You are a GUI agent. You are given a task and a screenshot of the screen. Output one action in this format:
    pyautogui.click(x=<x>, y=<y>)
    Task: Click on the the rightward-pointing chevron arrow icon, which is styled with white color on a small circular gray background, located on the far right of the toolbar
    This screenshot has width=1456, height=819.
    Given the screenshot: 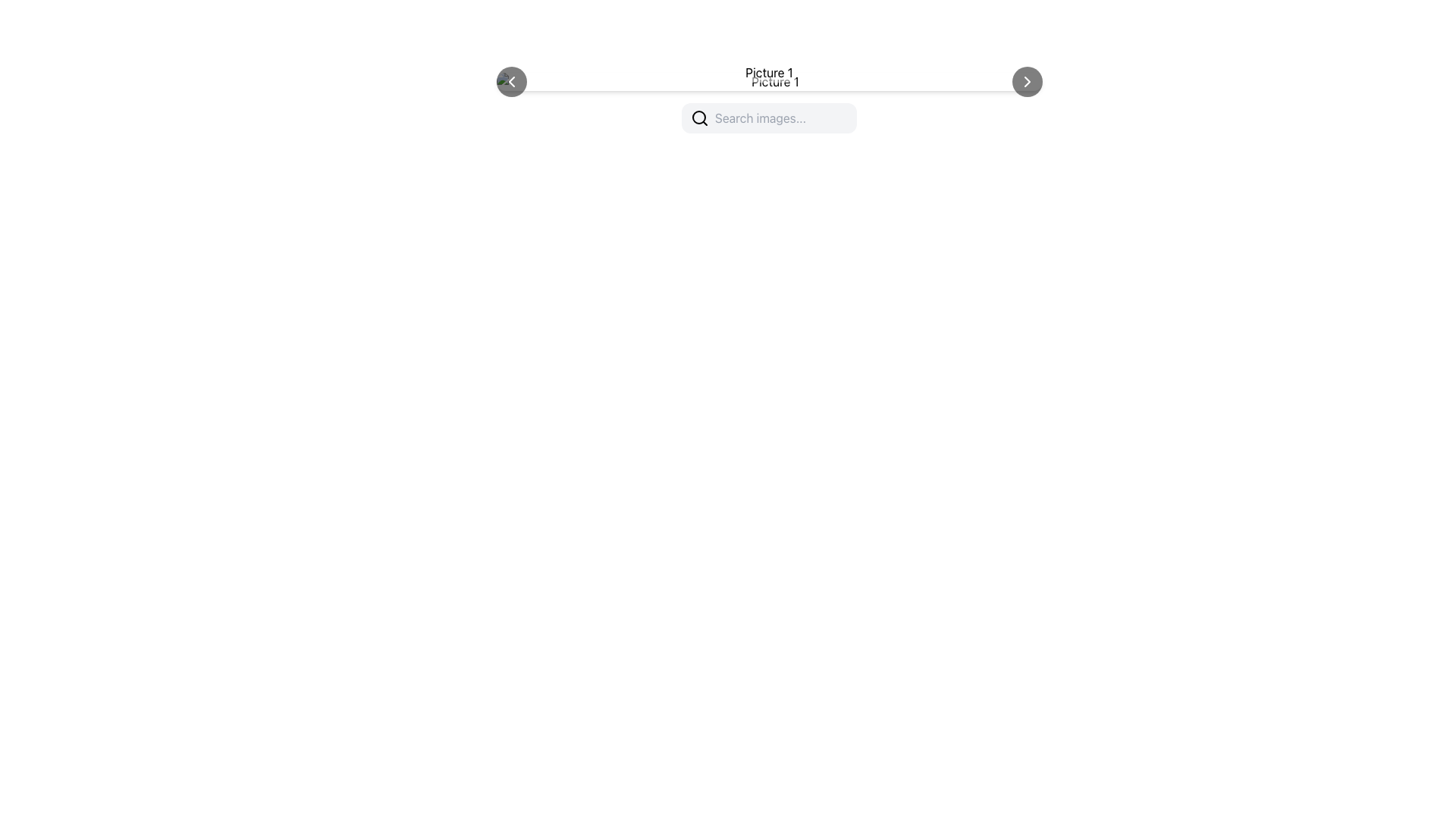 What is the action you would take?
    pyautogui.click(x=1027, y=82)
    